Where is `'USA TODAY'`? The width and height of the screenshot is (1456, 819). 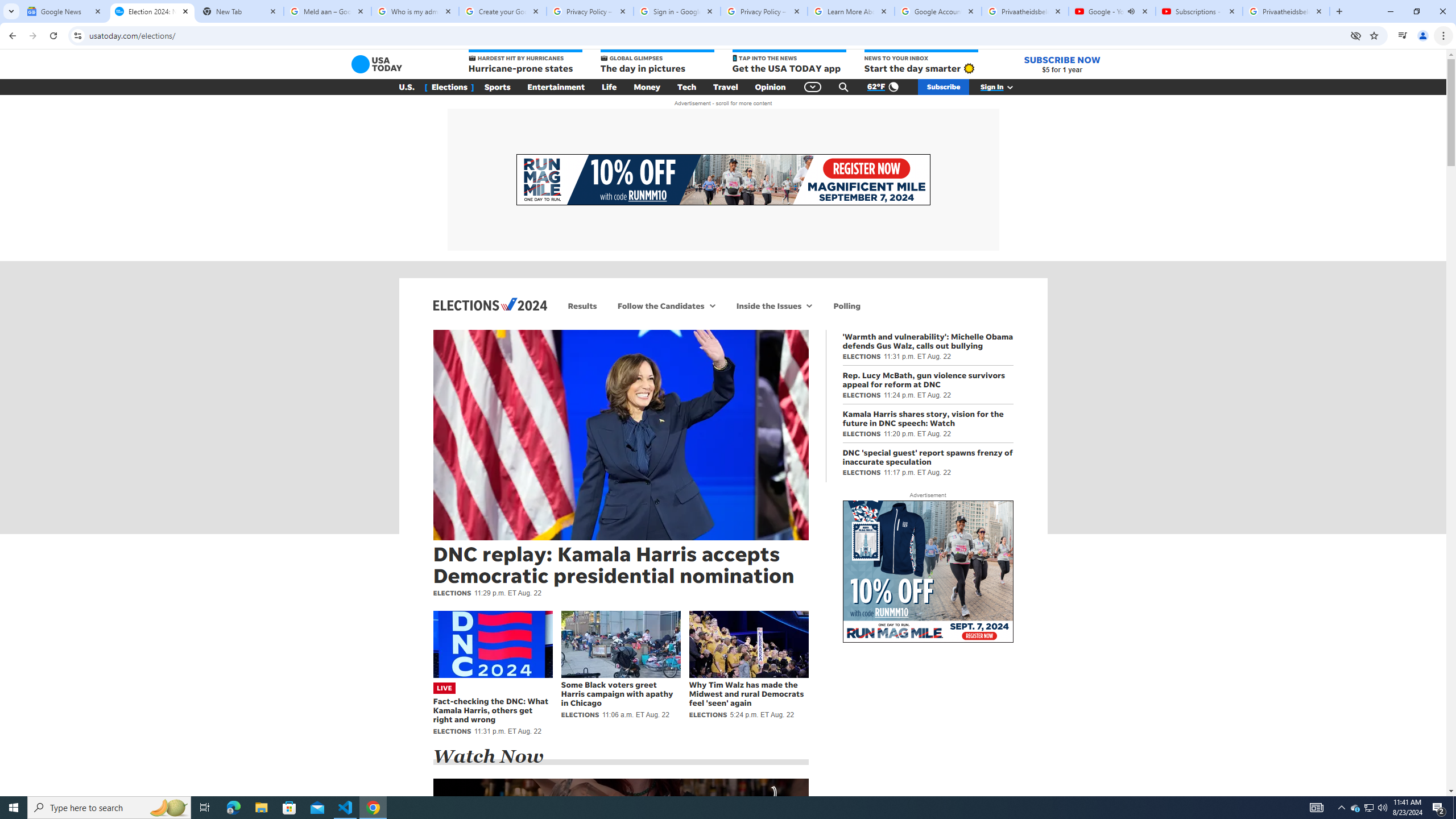
'USA TODAY' is located at coordinates (377, 64).